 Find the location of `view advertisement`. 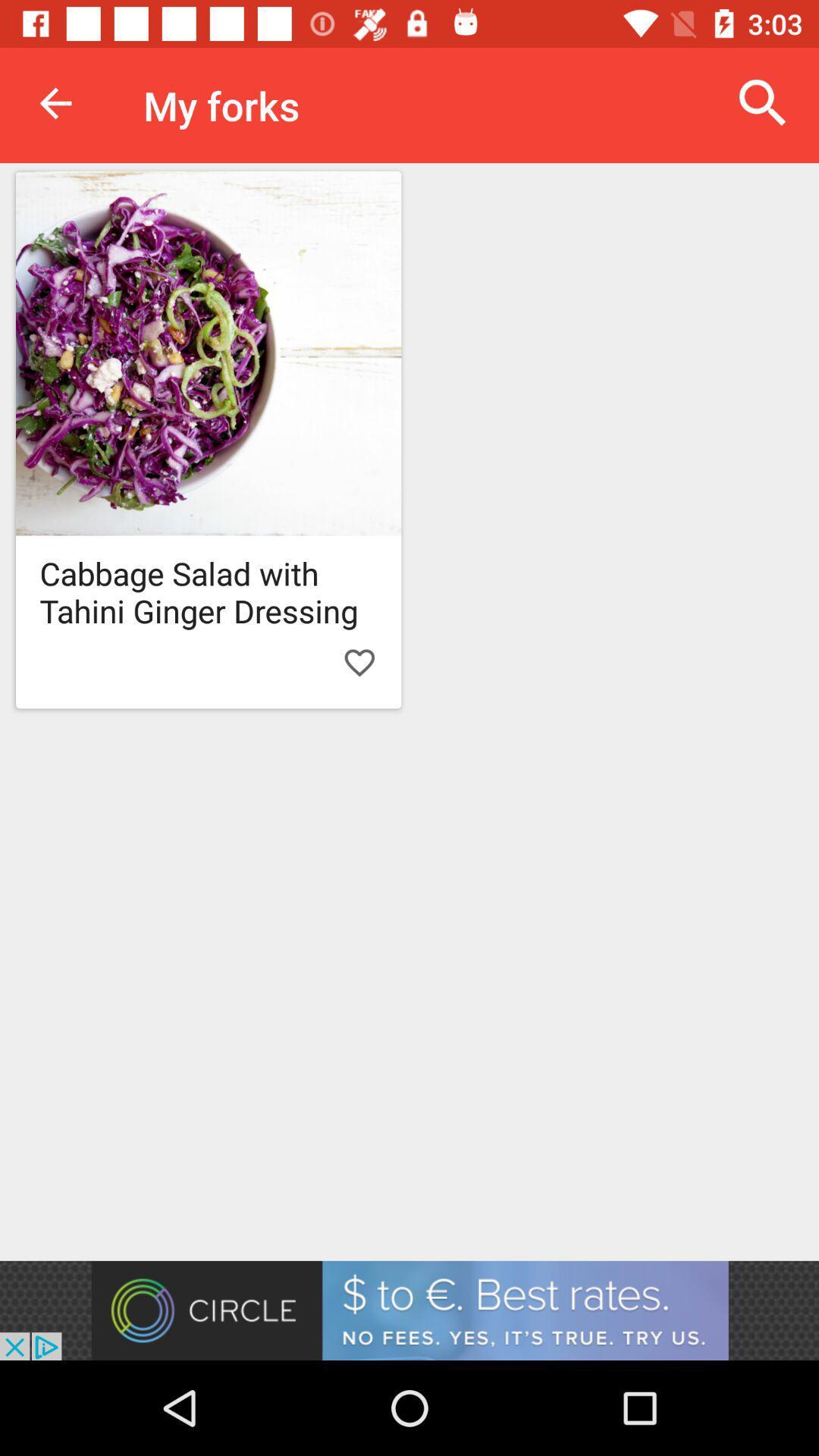

view advertisement is located at coordinates (409, 1310).